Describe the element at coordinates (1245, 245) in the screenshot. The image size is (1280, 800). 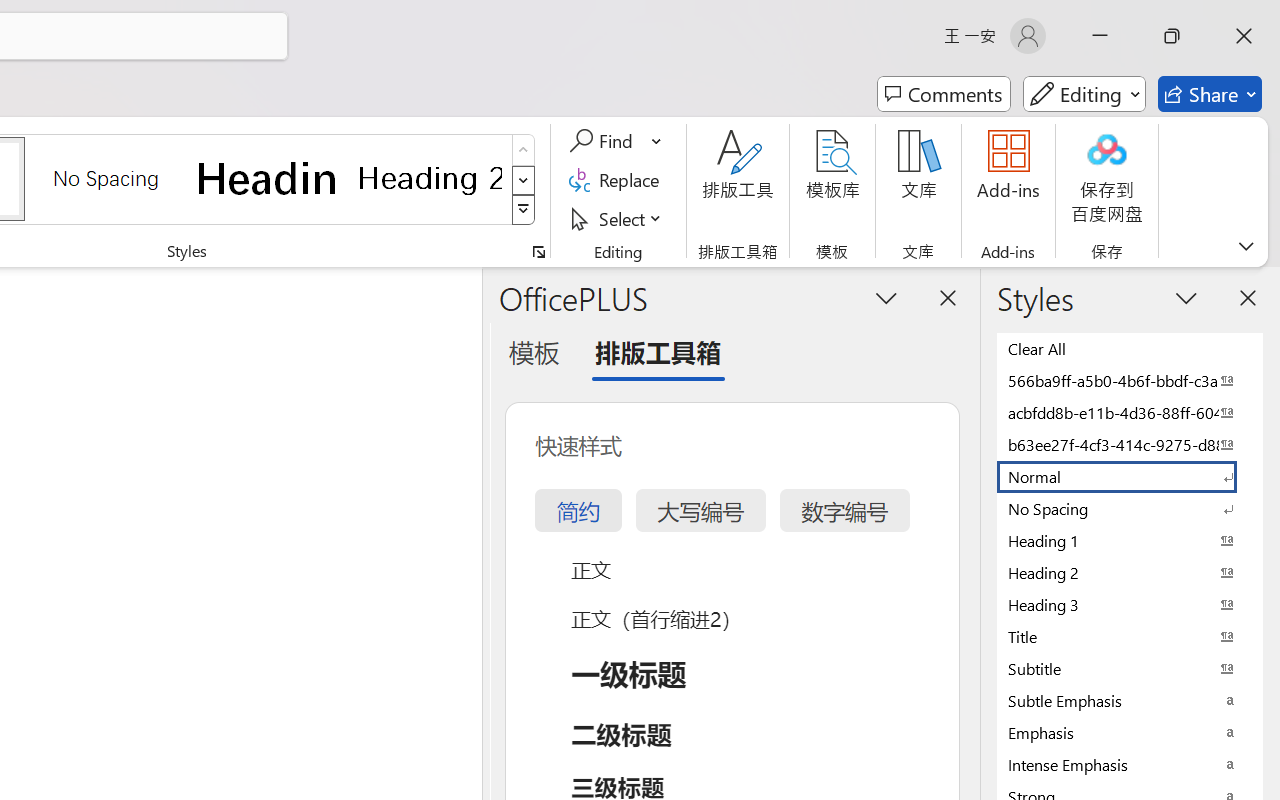
I see `'Ribbon Display Options'` at that location.